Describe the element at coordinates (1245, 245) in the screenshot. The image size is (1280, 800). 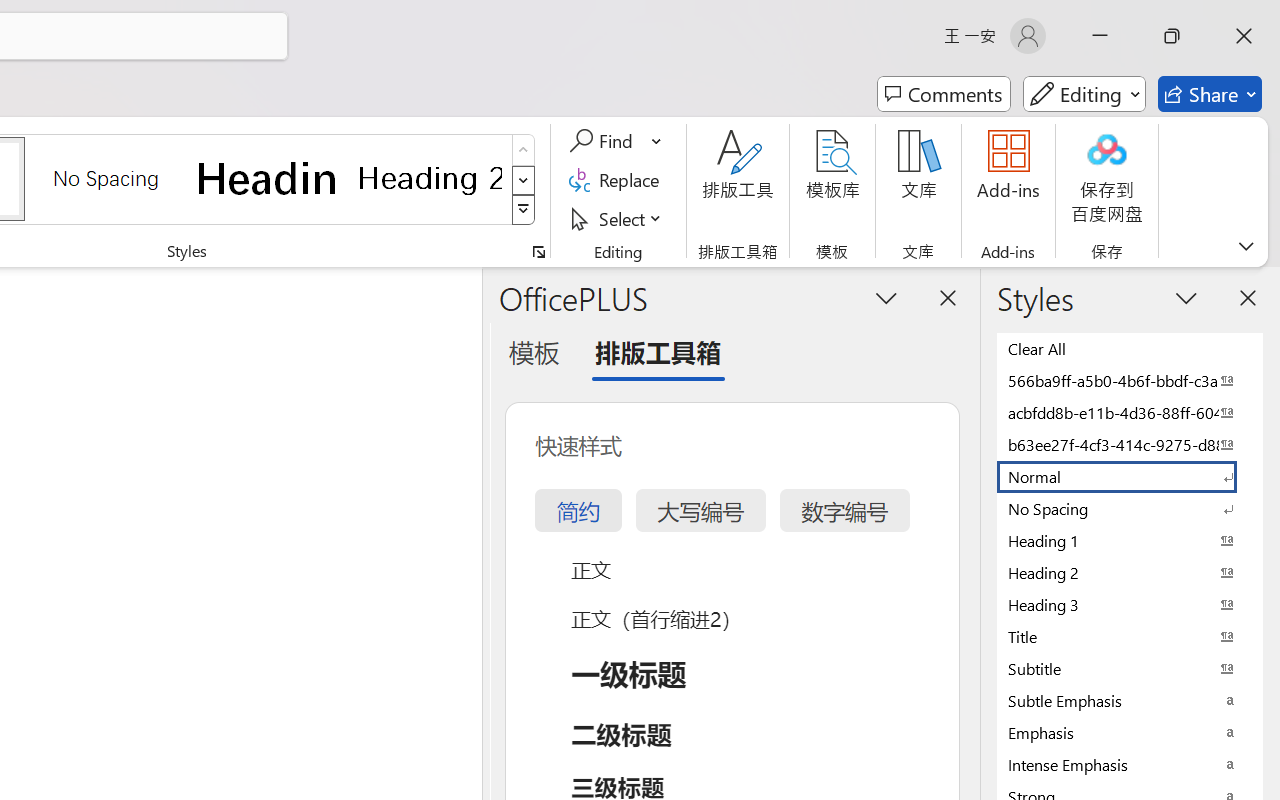
I see `'Ribbon Display Options'` at that location.